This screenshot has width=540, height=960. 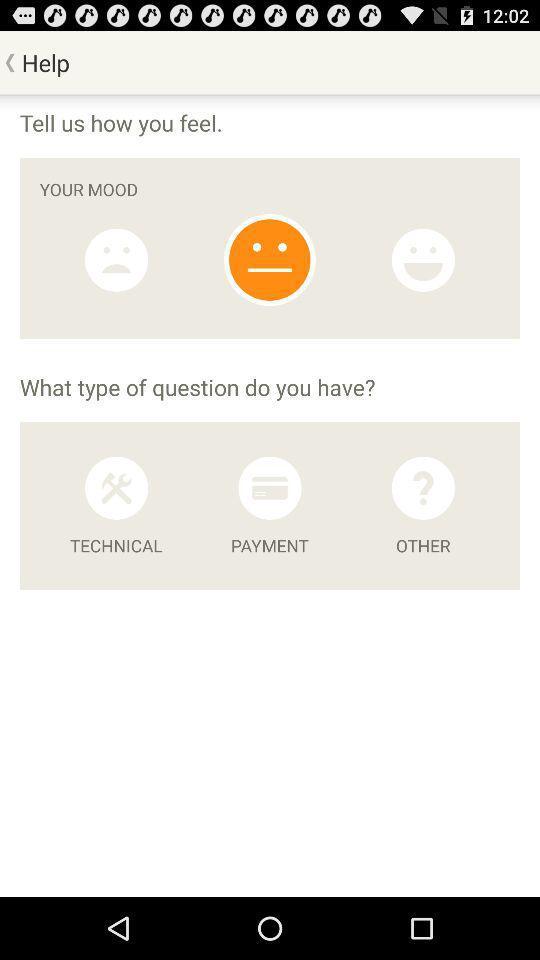 I want to click on technical difficulty, so click(x=116, y=487).